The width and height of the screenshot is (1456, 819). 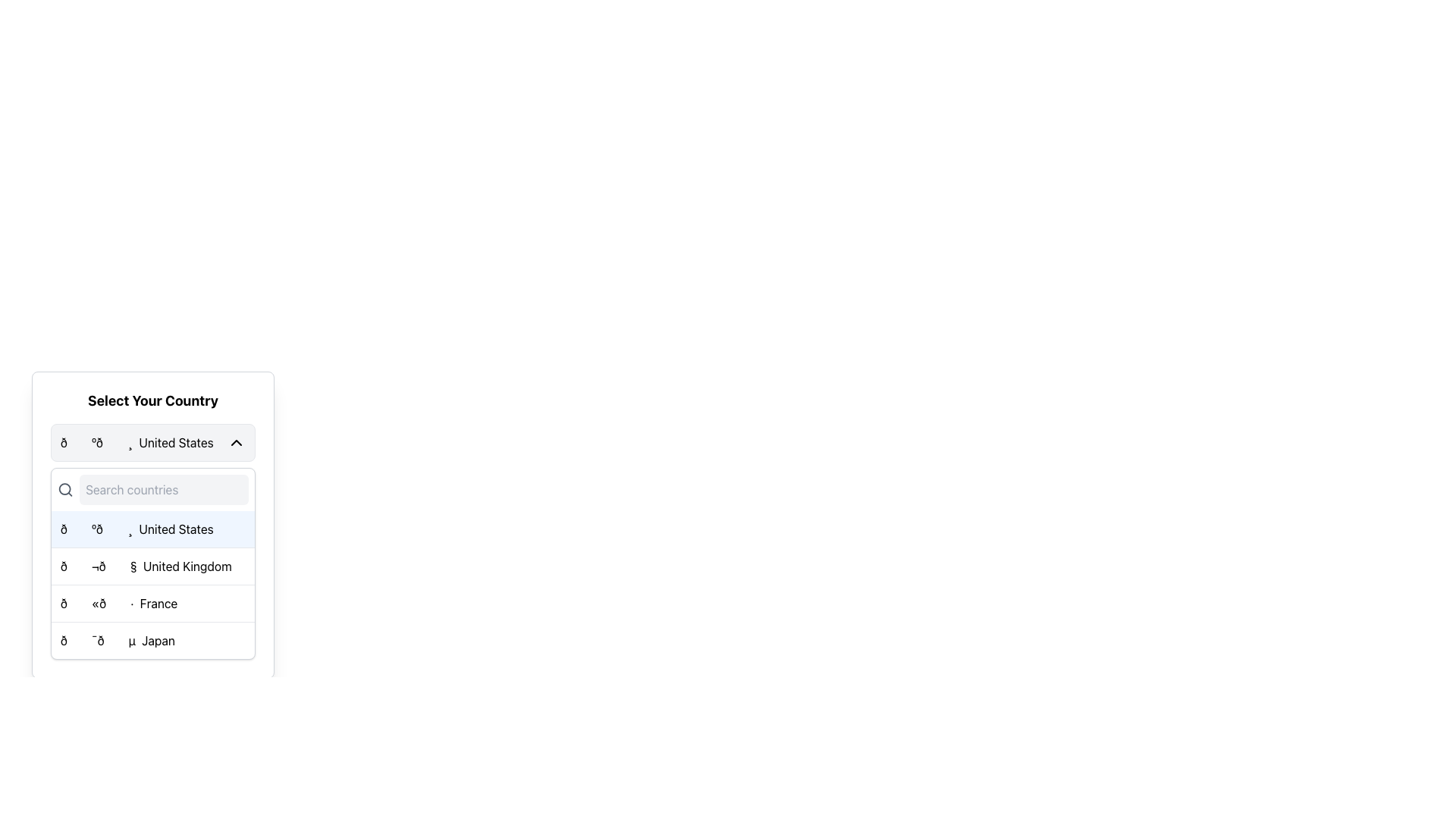 I want to click on the country flag icon representing 'France' in the third row of the 'Select Your Country' list, so click(x=96, y=602).